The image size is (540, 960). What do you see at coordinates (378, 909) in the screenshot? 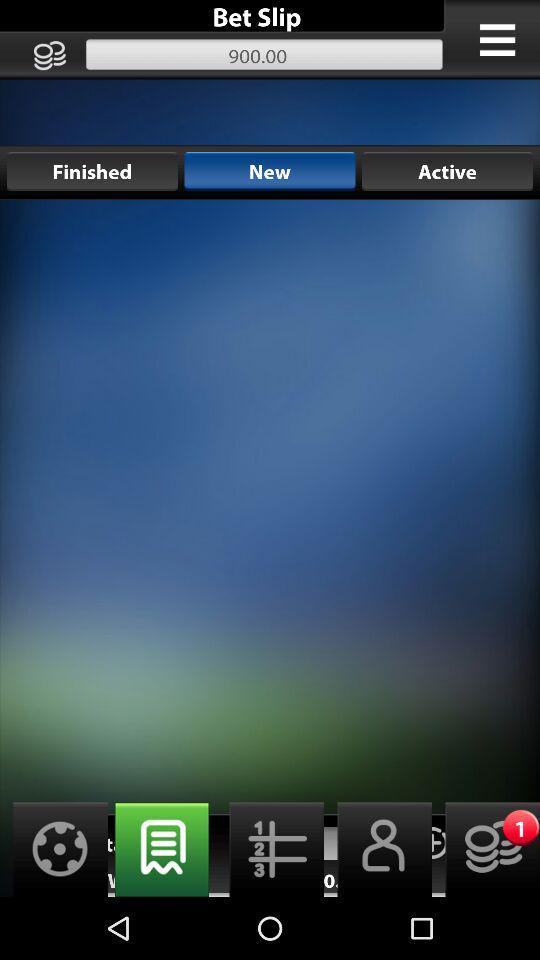
I see `the avatar icon` at bounding box center [378, 909].